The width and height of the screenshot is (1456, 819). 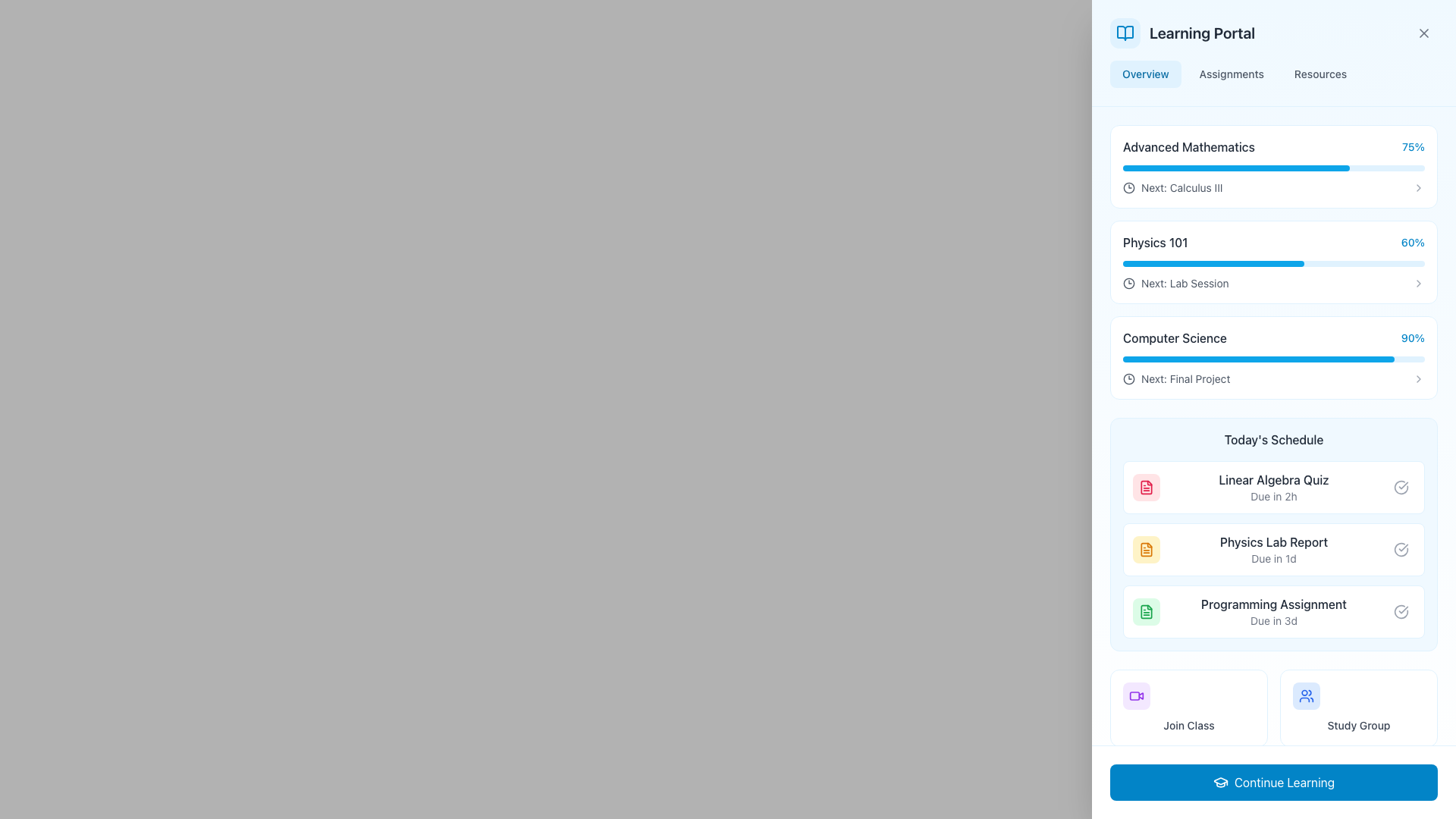 What do you see at coordinates (1306, 696) in the screenshot?
I see `the circular icon depicting two user silhouettes, which is located within the 'Study Group' button at the bottom right of the 'Today's Schedule' panel` at bounding box center [1306, 696].